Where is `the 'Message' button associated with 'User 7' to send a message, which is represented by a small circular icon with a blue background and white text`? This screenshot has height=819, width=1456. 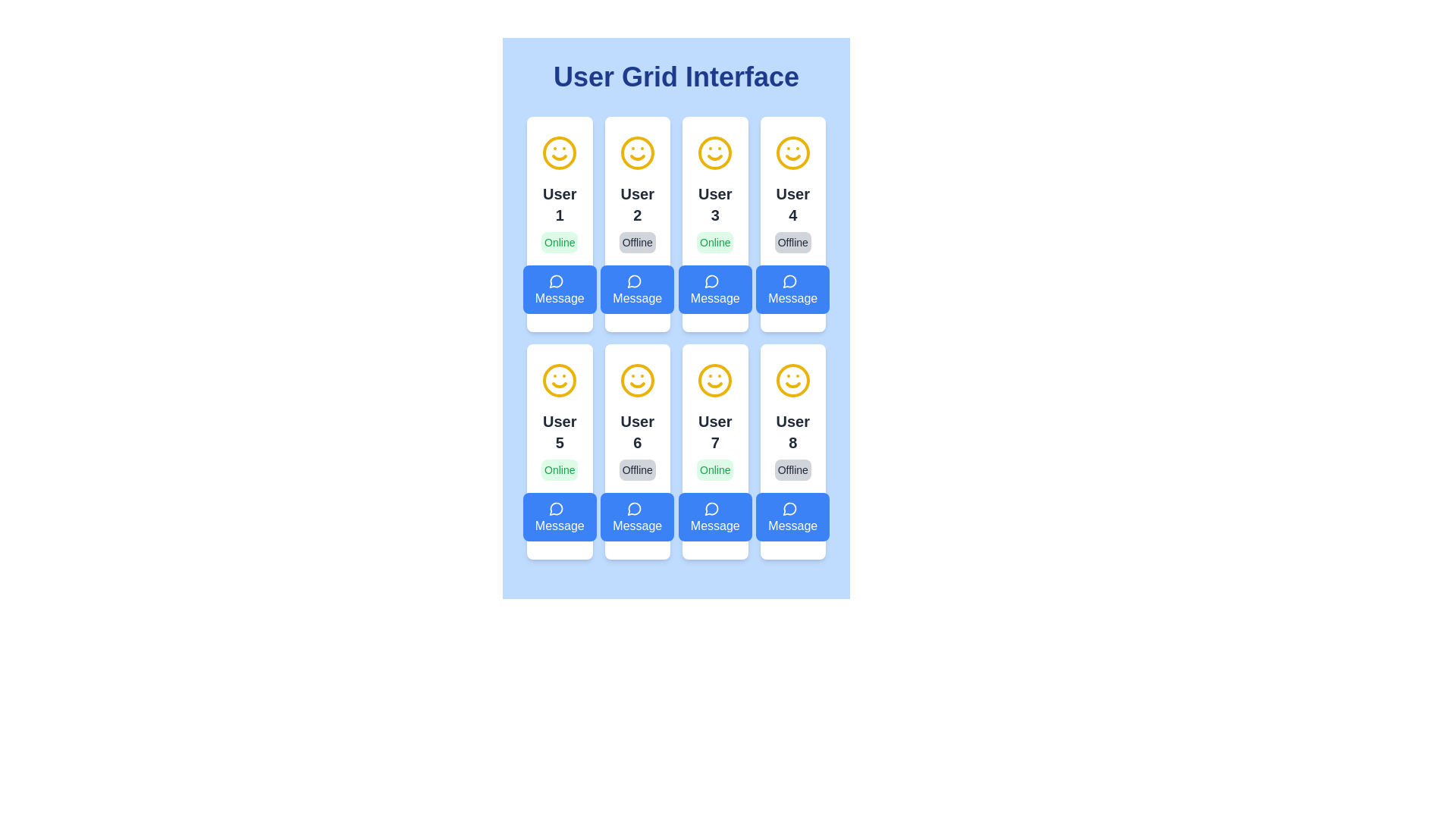 the 'Message' button associated with 'User 7' to send a message, which is represented by a small circular icon with a blue background and white text is located at coordinates (711, 508).